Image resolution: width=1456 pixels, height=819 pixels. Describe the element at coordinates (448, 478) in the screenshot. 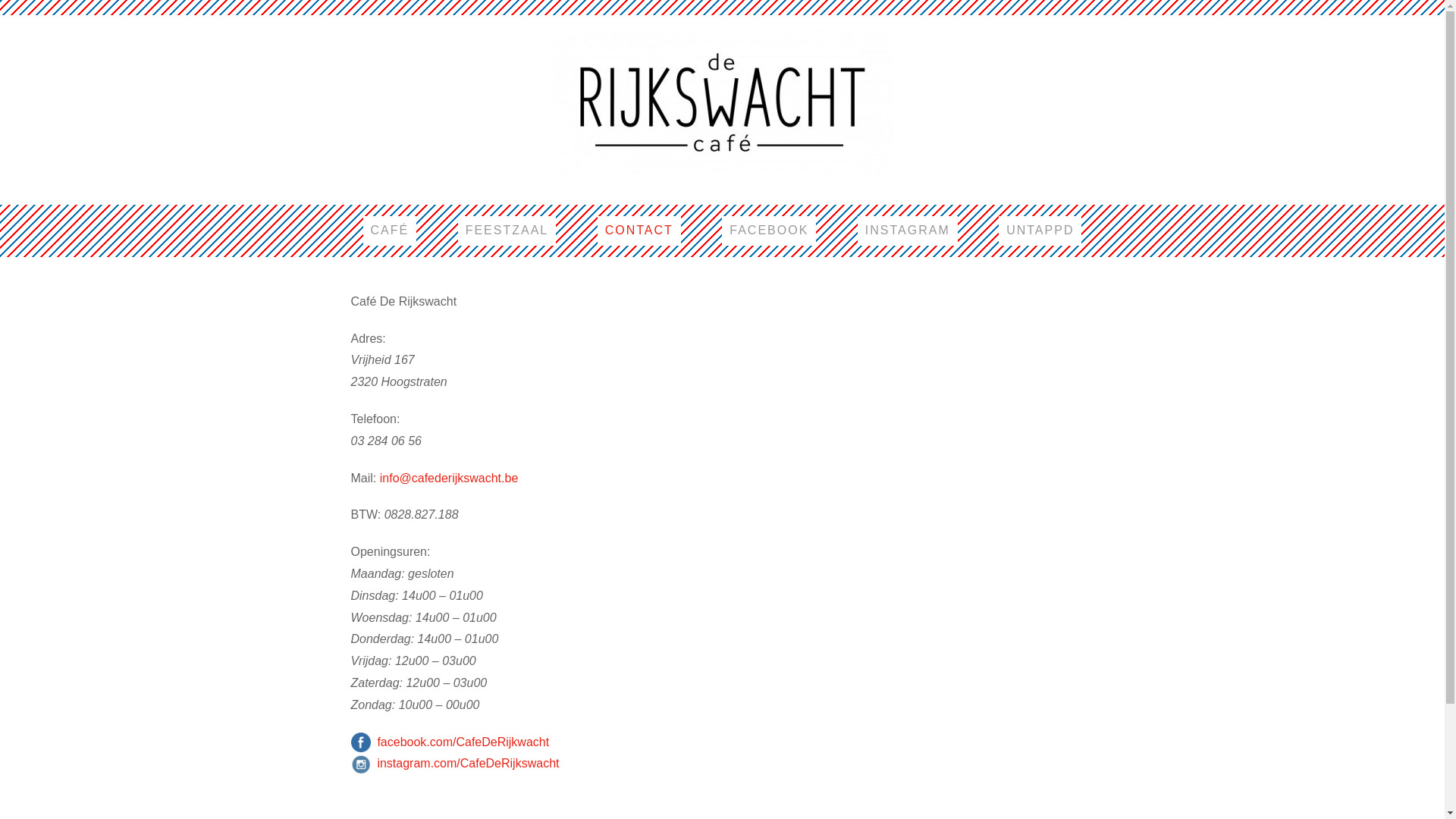

I see `'info@cafederijkswacht.be'` at that location.